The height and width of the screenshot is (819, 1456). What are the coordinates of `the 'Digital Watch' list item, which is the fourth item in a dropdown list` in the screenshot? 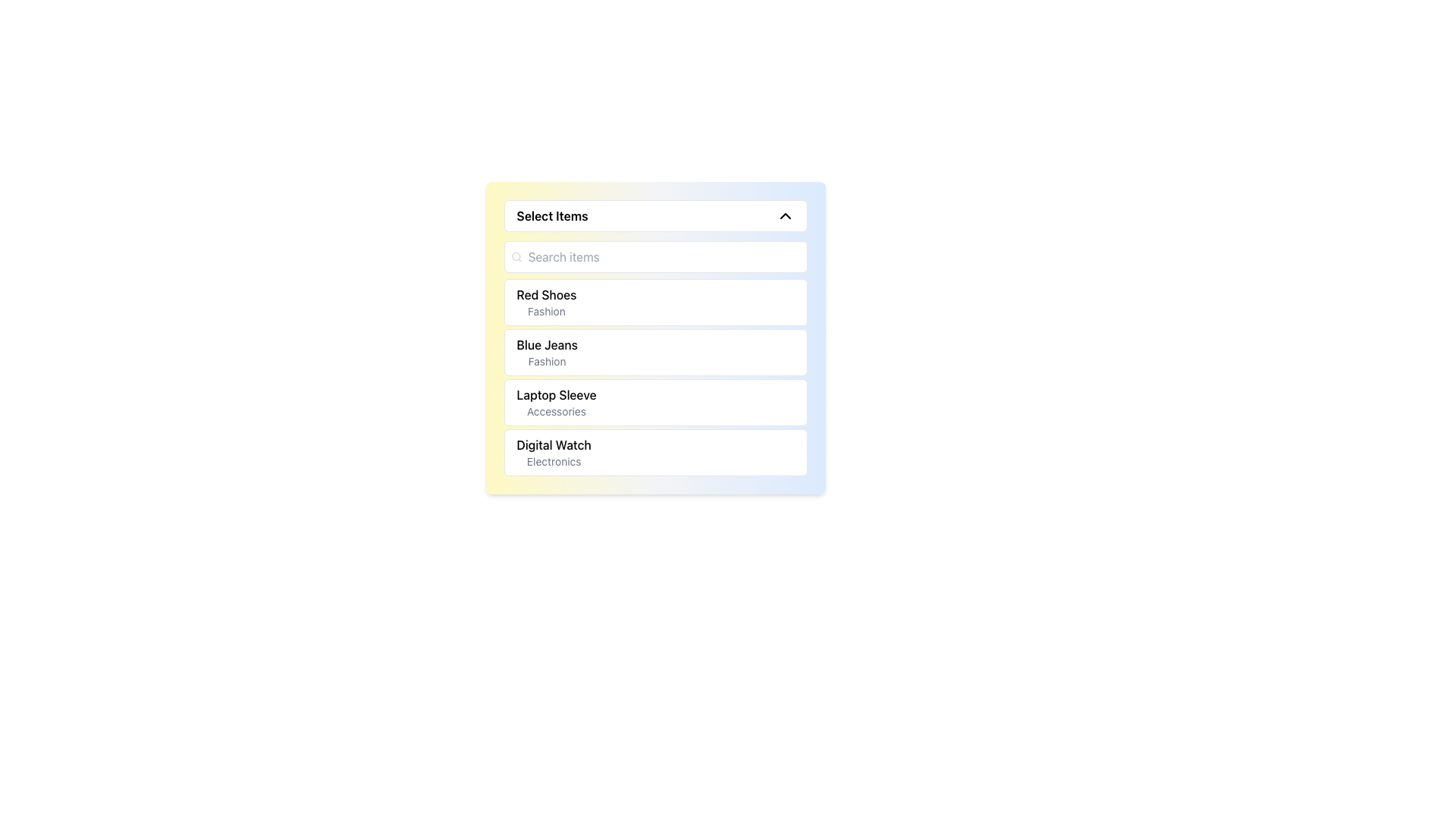 It's located at (655, 452).